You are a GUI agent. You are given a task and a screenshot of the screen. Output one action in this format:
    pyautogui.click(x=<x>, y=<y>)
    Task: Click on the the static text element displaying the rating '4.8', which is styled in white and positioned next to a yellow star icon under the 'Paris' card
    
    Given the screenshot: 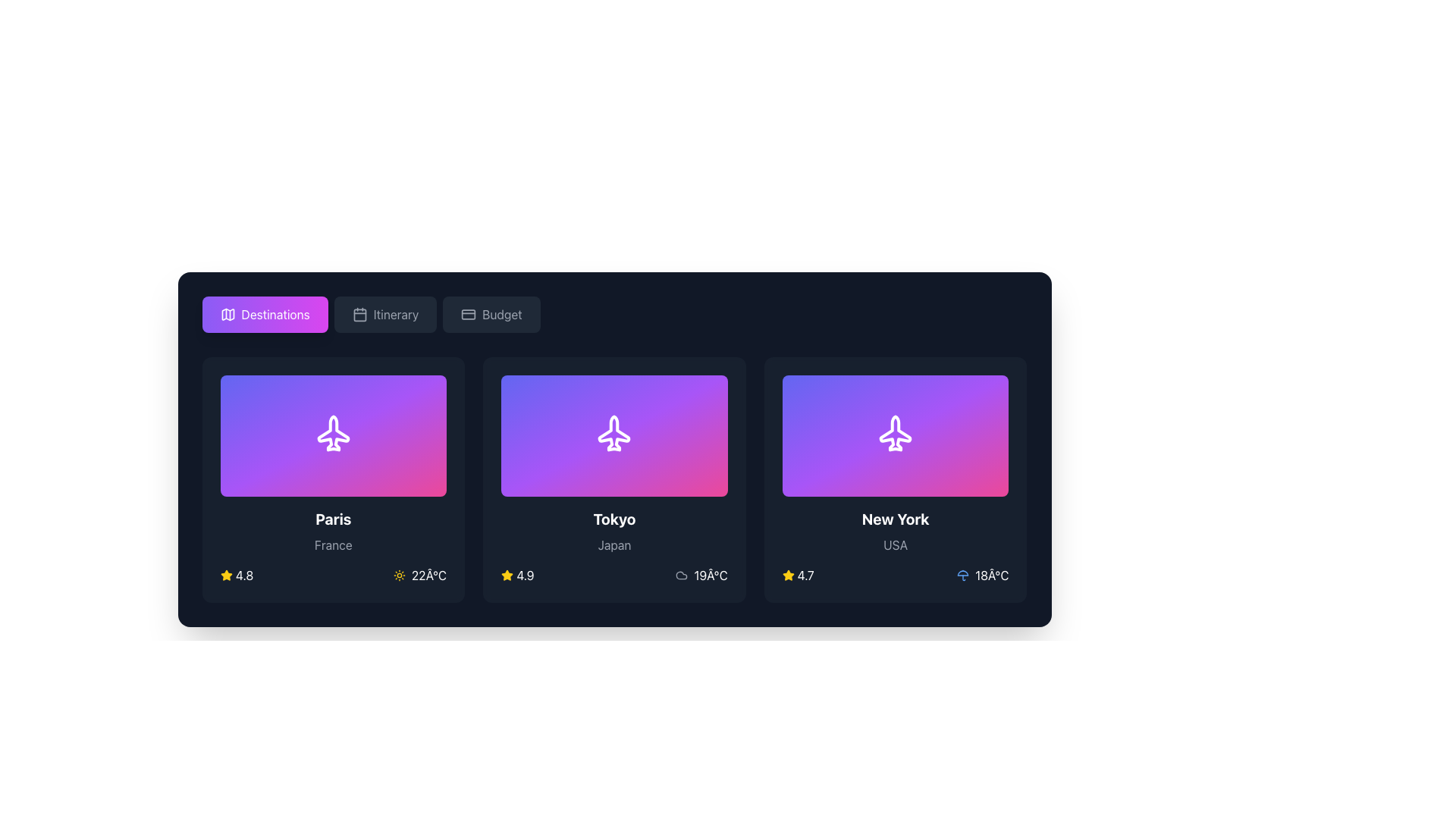 What is the action you would take?
    pyautogui.click(x=244, y=576)
    